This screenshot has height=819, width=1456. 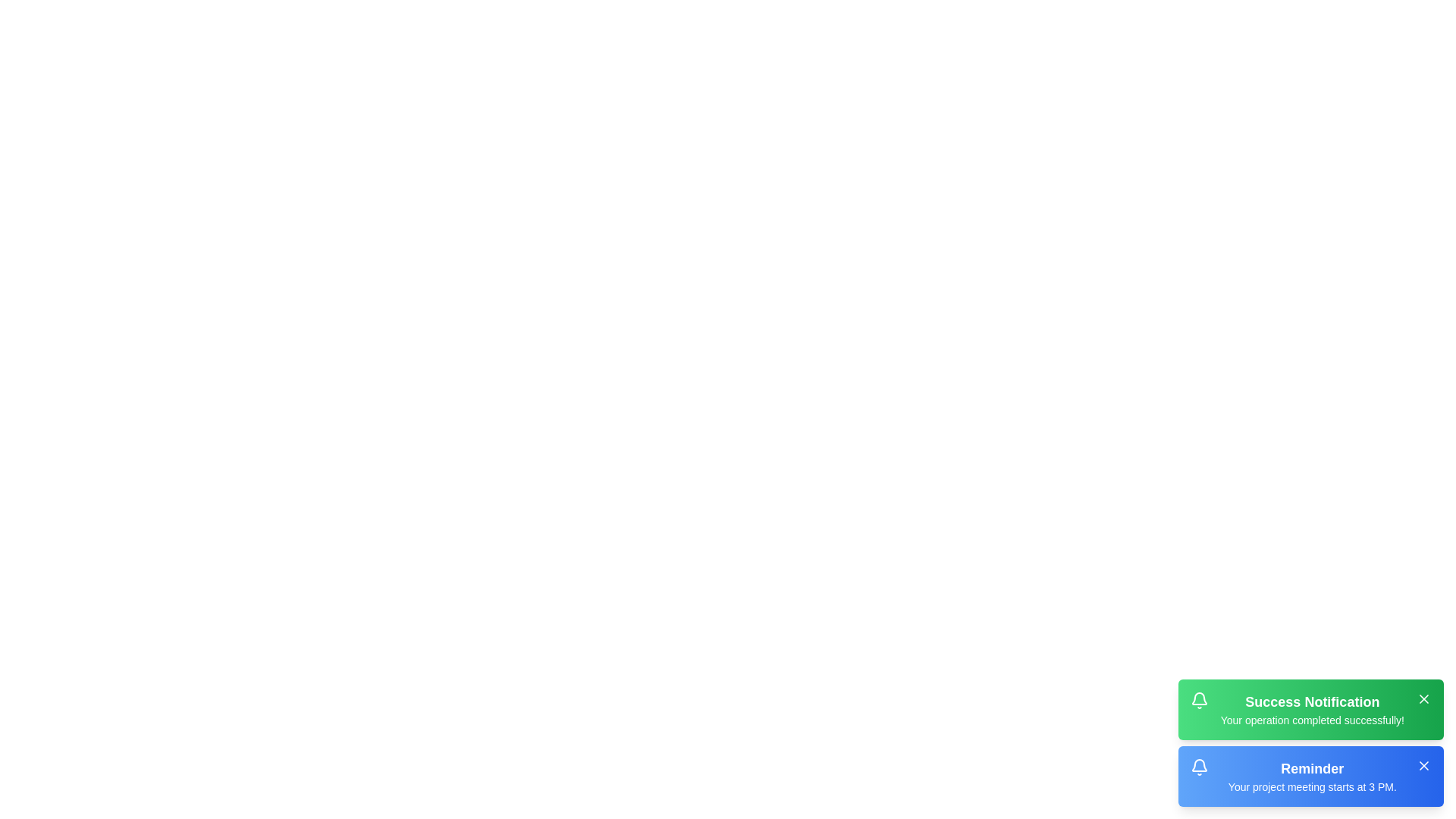 I want to click on close button for the notification titled 'Reminder', so click(x=1423, y=766).